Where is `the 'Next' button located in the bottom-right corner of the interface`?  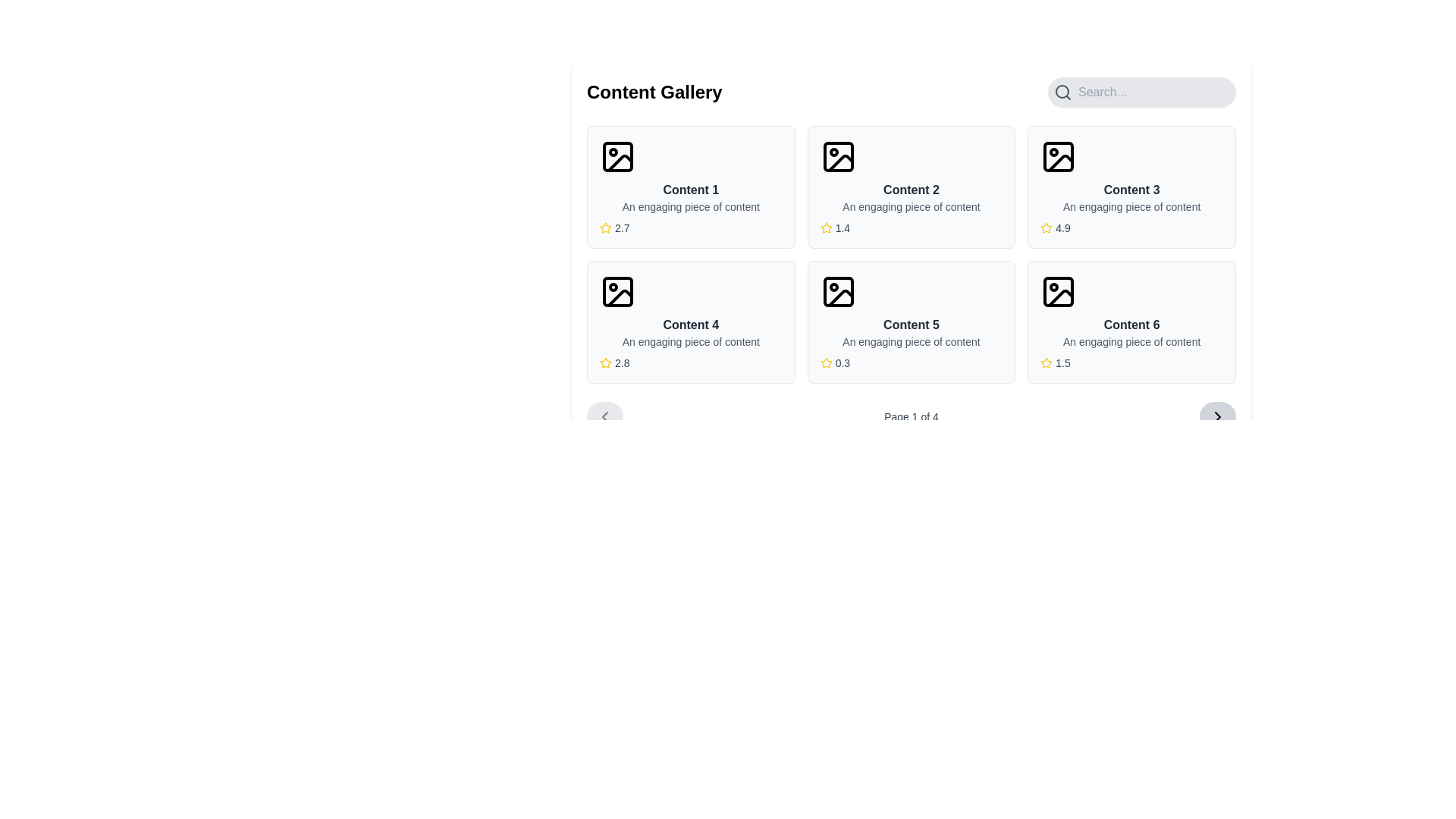 the 'Next' button located in the bottom-right corner of the interface is located at coordinates (1218, 417).